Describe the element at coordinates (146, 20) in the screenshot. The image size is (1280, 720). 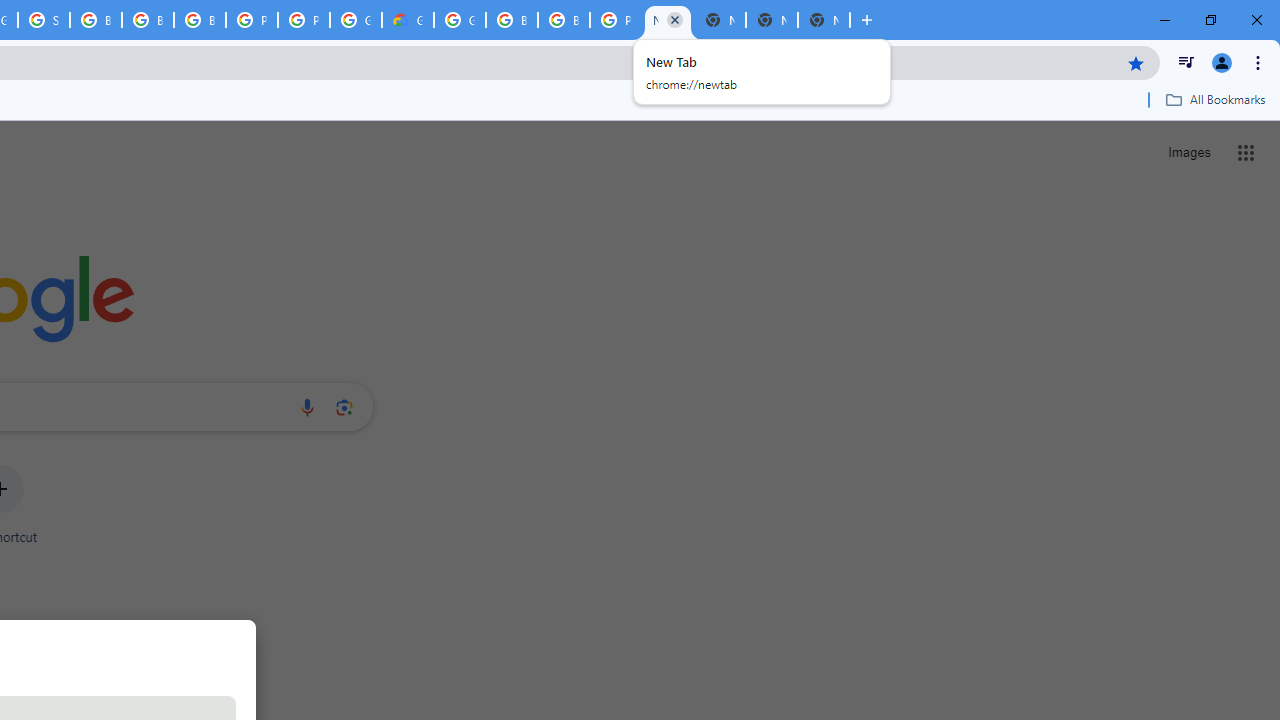
I see `'Browse Chrome as a guest - Computer - Google Chrome Help'` at that location.